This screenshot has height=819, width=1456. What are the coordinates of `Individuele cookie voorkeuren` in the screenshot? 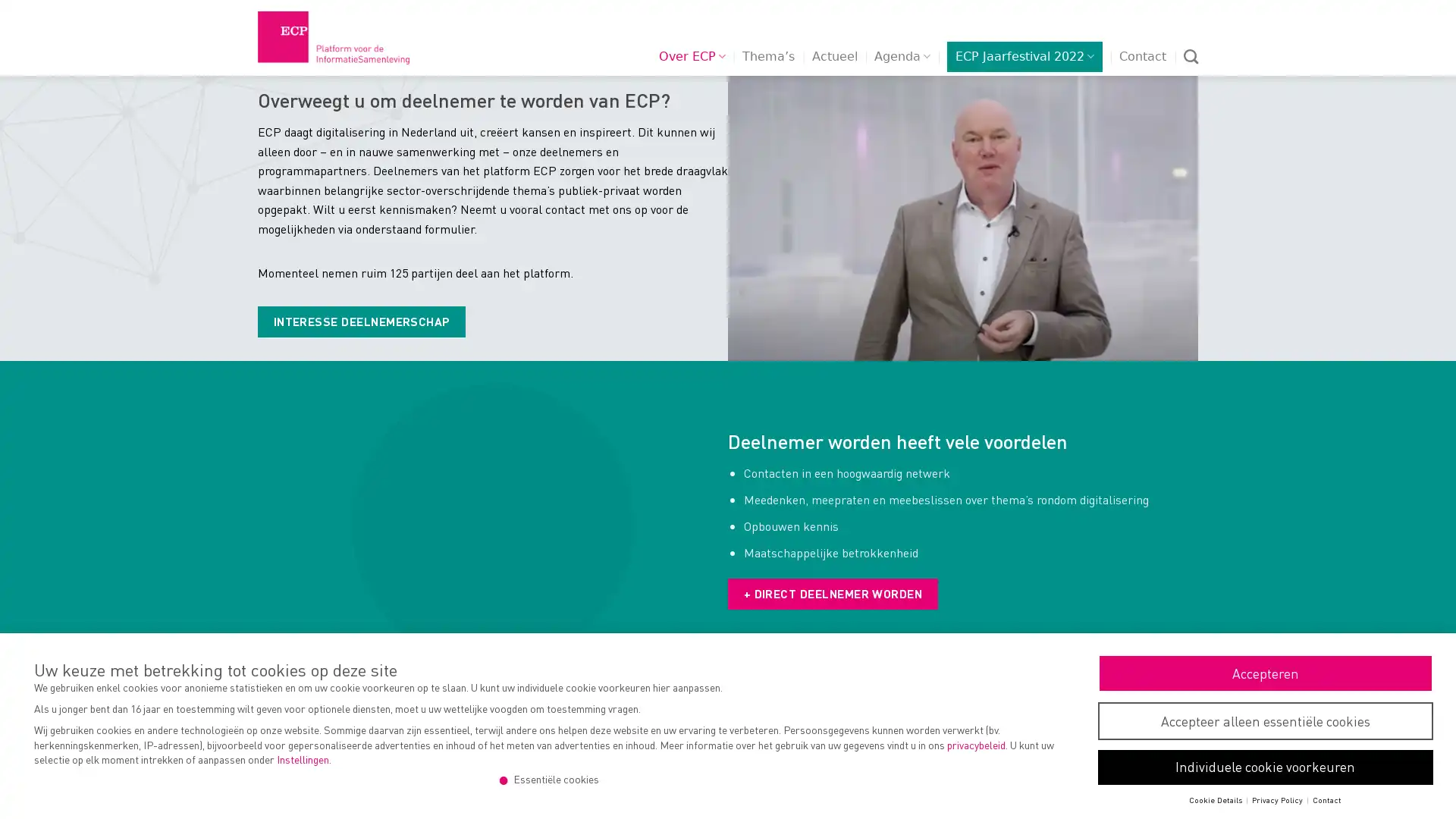 It's located at (1265, 767).